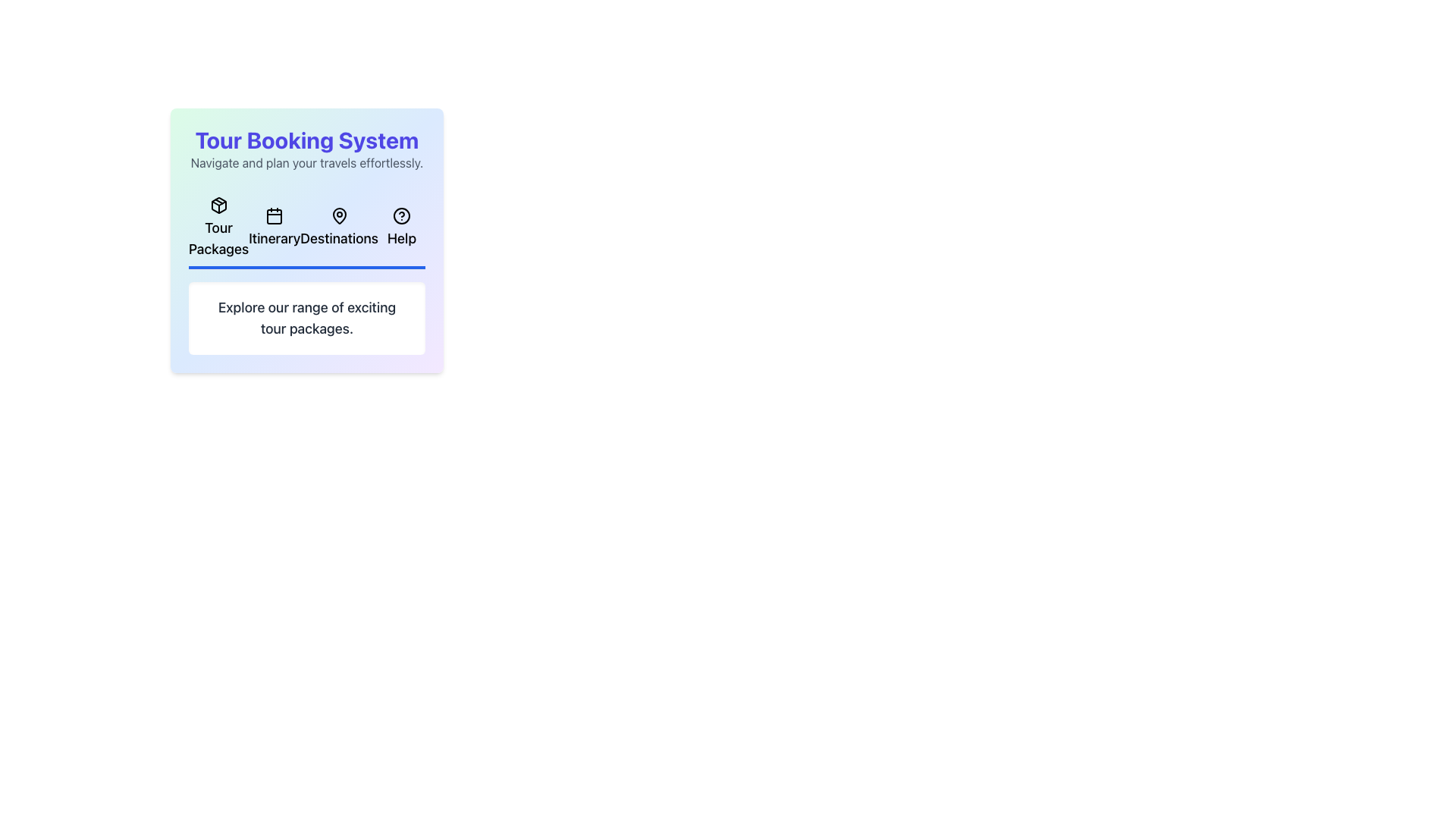 Image resolution: width=1456 pixels, height=819 pixels. I want to click on the light blue rectangular calendar icon located in the center of the 'Tour Booking System' card, which is the second icon from the left in a row of icons, so click(275, 216).